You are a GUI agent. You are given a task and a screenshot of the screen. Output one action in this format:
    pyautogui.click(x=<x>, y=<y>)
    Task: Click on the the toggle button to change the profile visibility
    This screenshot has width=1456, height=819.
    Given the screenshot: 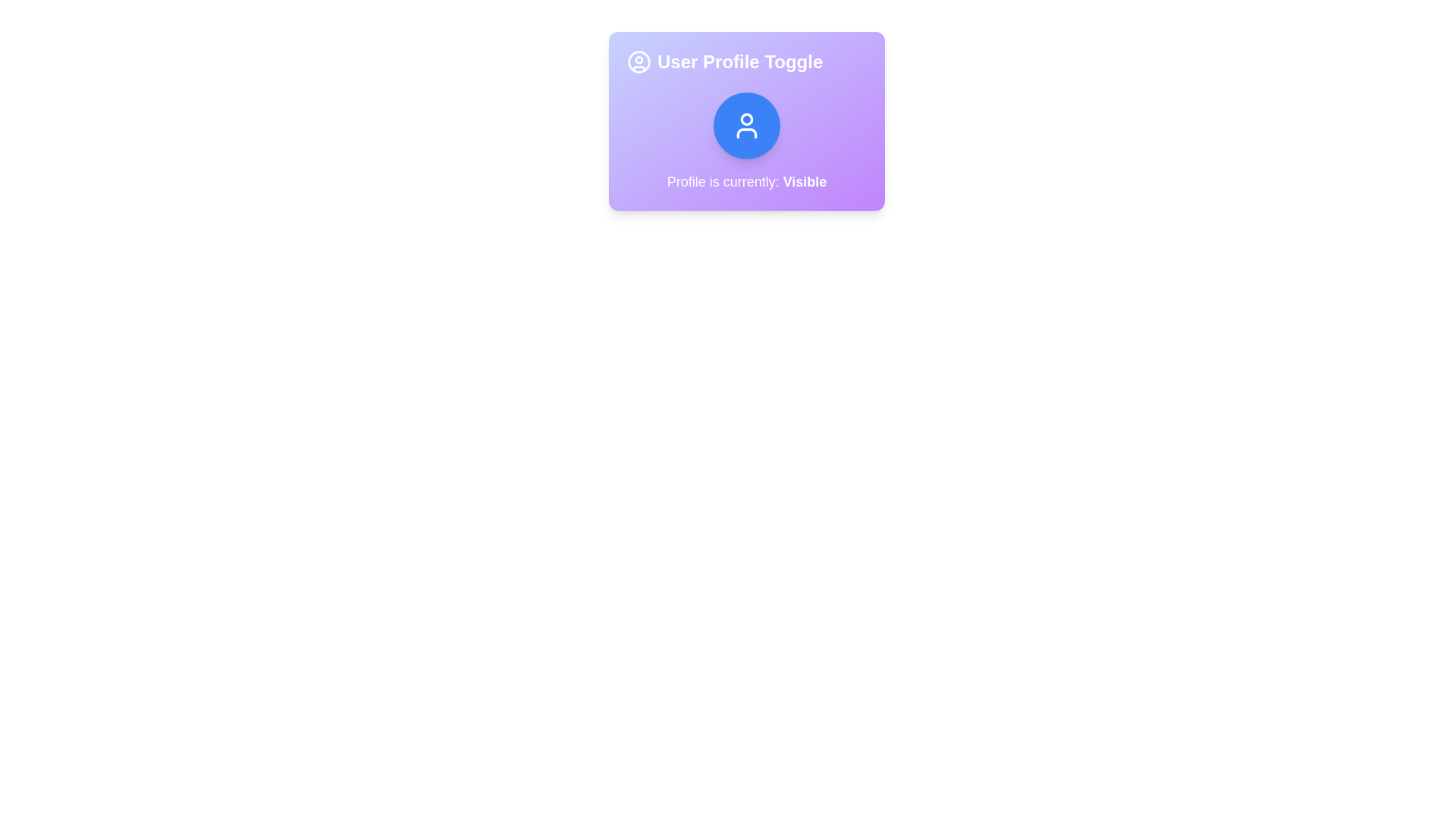 What is the action you would take?
    pyautogui.click(x=746, y=124)
    